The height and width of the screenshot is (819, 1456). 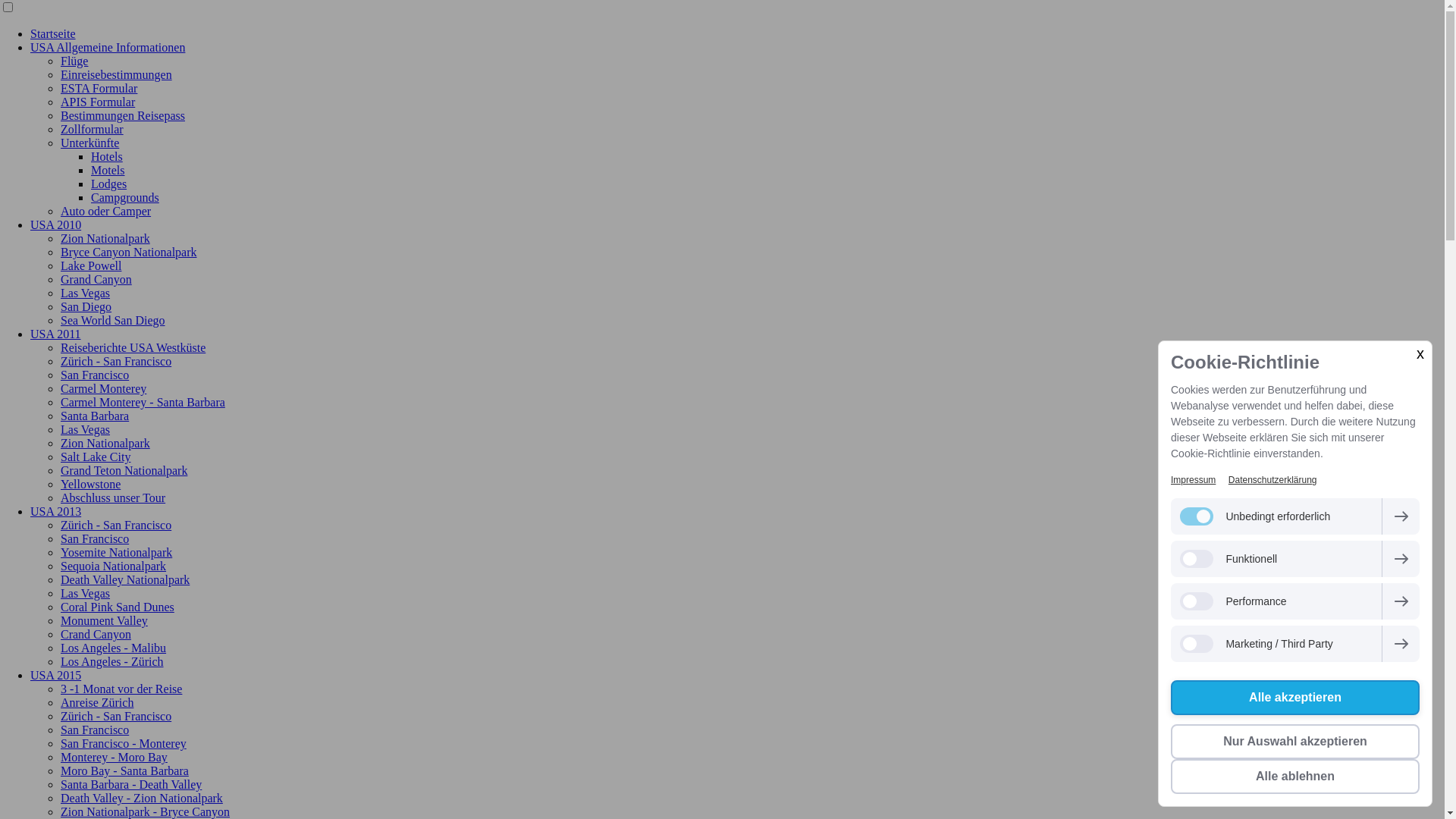 I want to click on 'USA 2013', so click(x=30, y=511).